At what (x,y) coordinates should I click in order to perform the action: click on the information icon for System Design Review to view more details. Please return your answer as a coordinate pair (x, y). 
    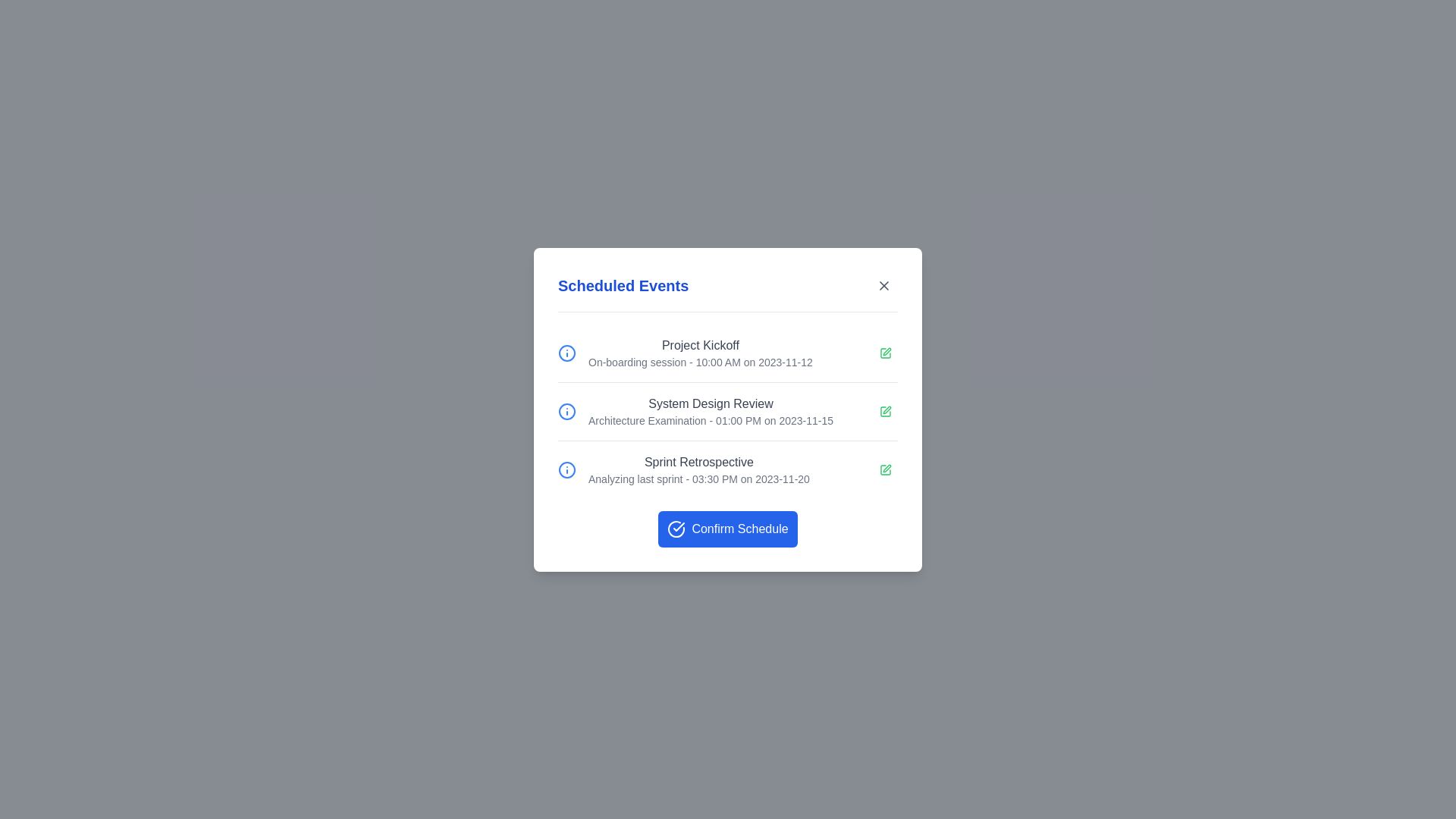
    Looking at the image, I should click on (566, 411).